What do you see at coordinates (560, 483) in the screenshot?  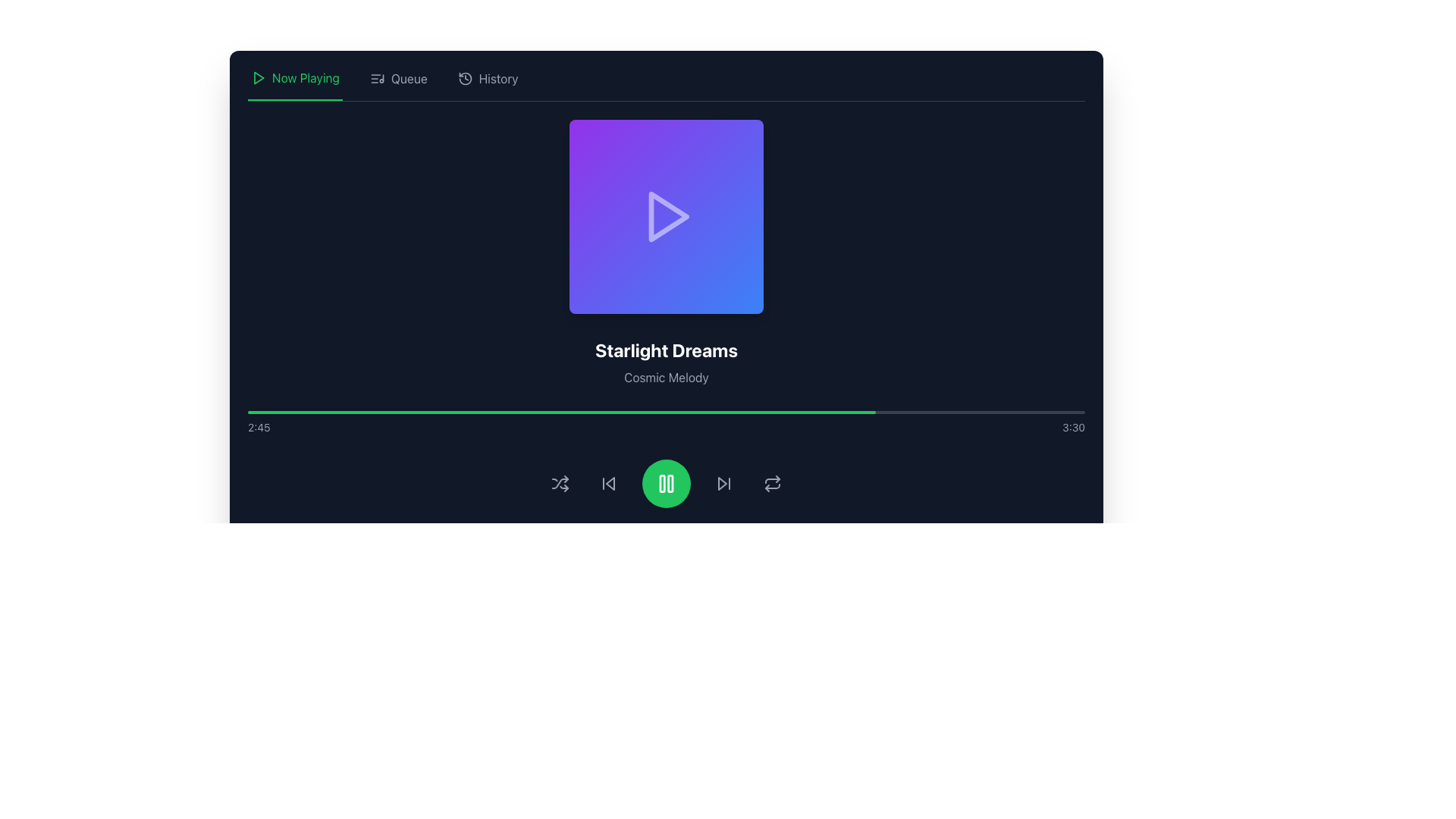 I see `the shuffle icon, which is the first icon in a horizontal row of controls` at bounding box center [560, 483].